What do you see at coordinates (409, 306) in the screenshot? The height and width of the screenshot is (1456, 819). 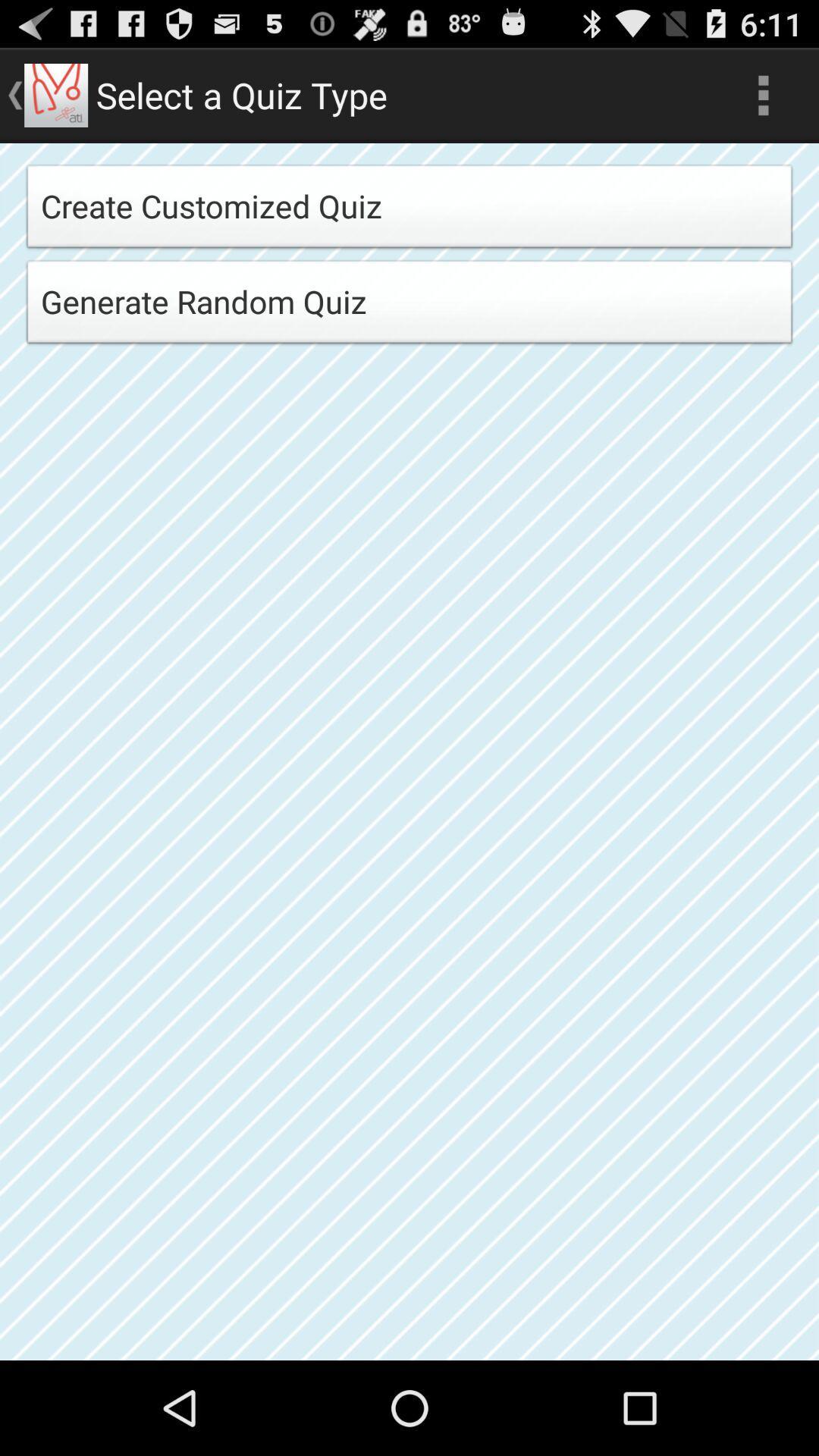 I see `generate random quiz` at bounding box center [409, 306].